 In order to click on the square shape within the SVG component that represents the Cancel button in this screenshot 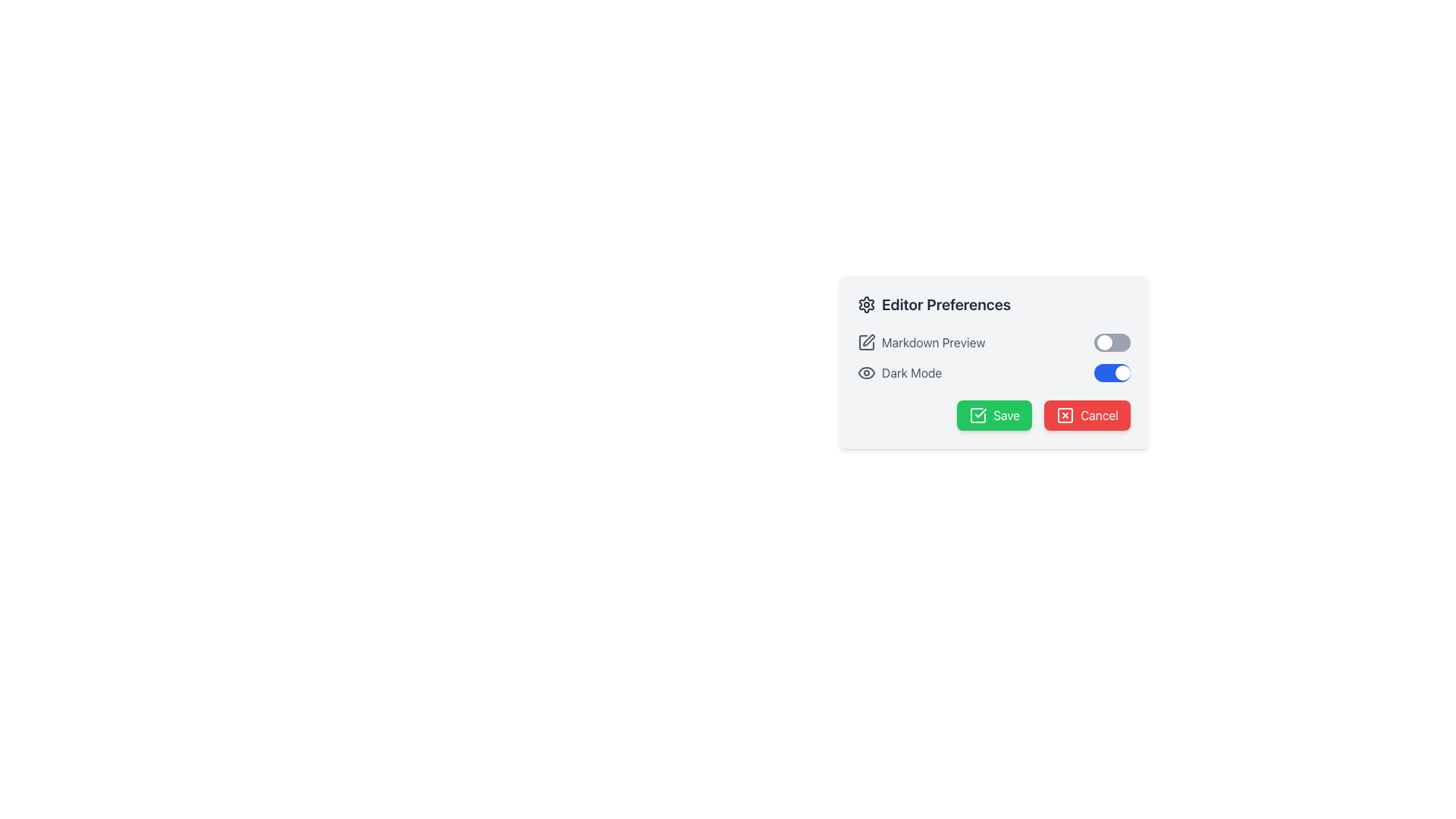, I will do `click(1065, 415)`.